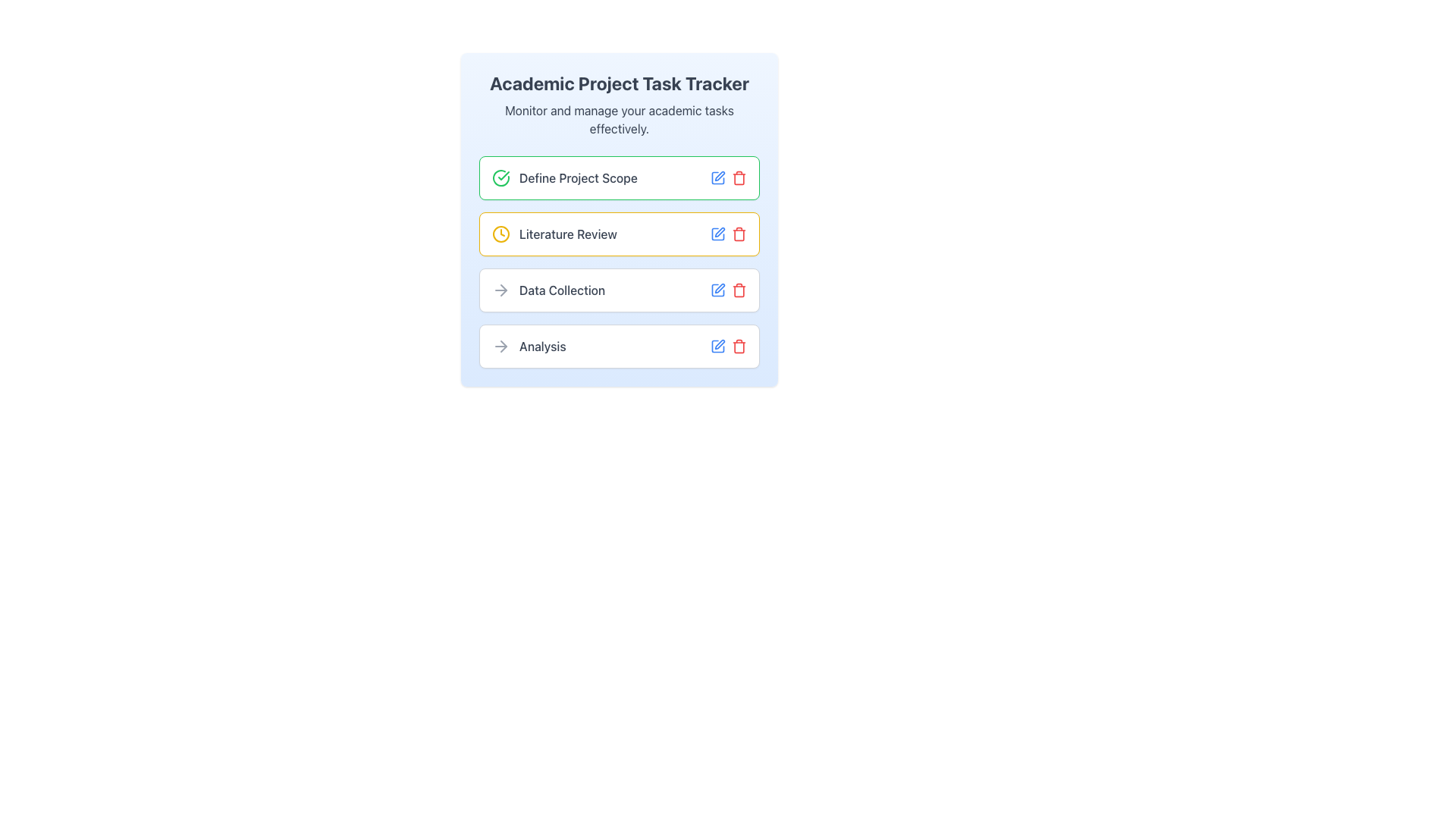 This screenshot has height=819, width=1456. I want to click on the 'Data Collection' text label with a rightward arrow icon, so click(548, 290).